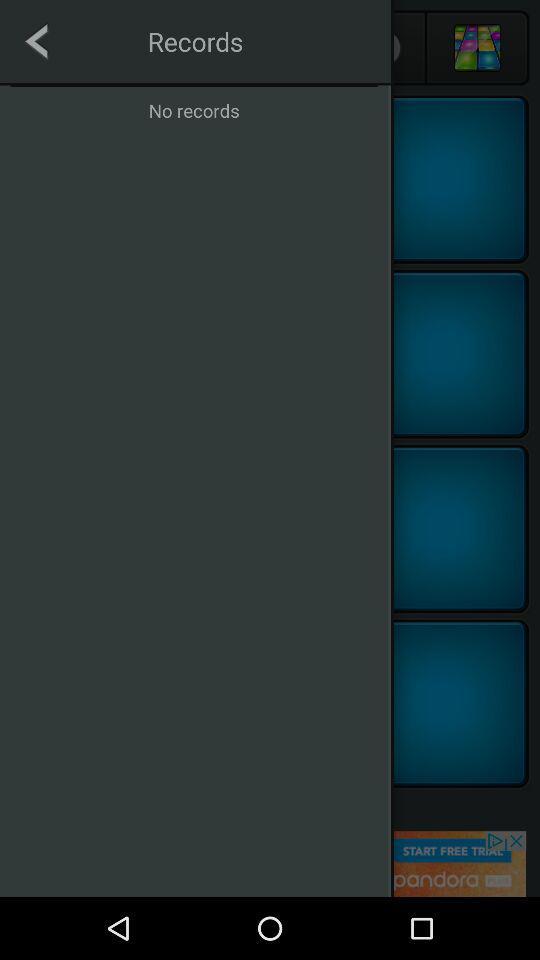  What do you see at coordinates (62, 47) in the screenshot?
I see `the arrow_backward icon` at bounding box center [62, 47].